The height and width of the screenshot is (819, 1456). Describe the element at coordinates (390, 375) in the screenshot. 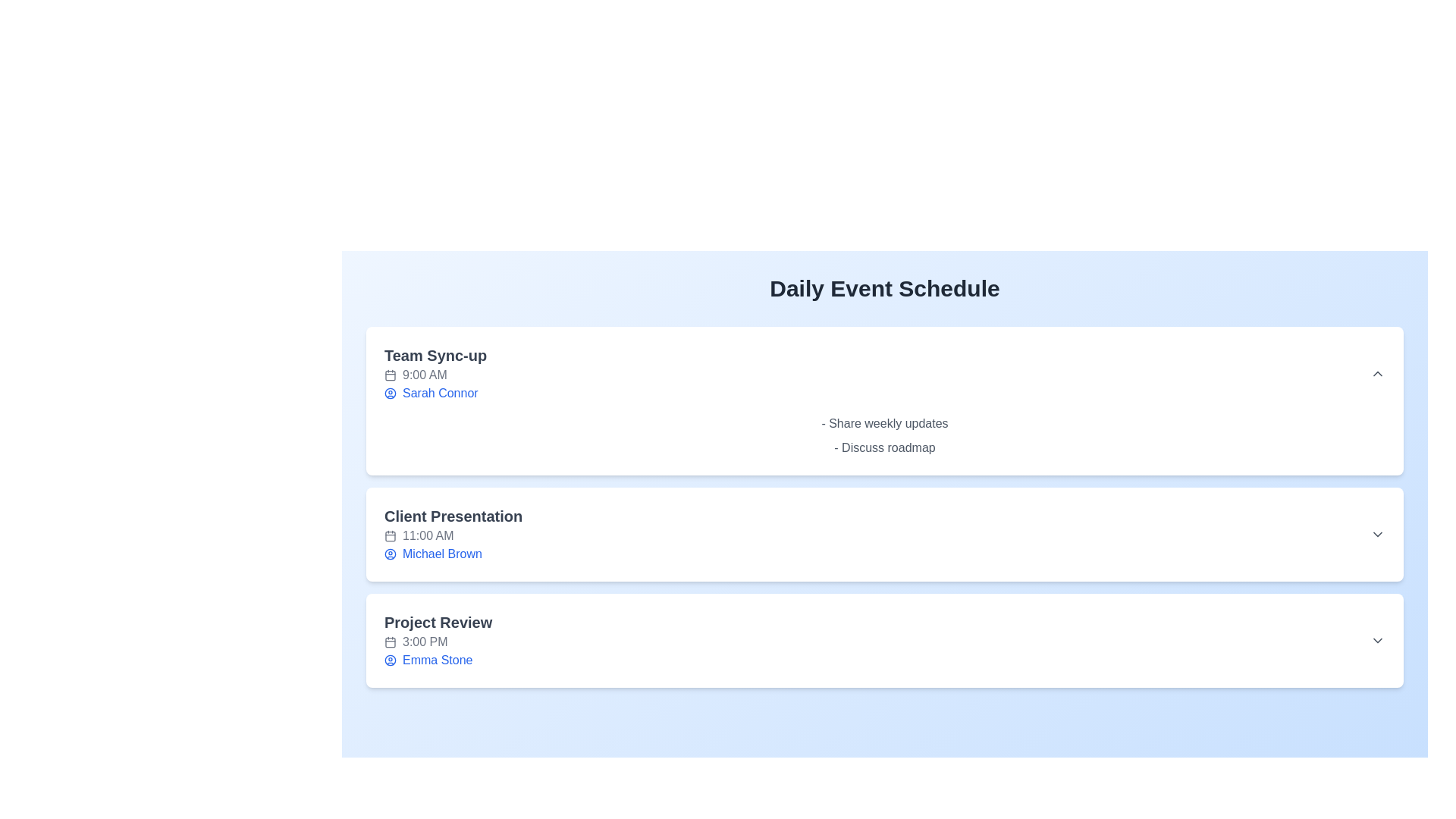

I see `the calendar icon located to the left of the '9:00 AM' text in the event details section` at that location.